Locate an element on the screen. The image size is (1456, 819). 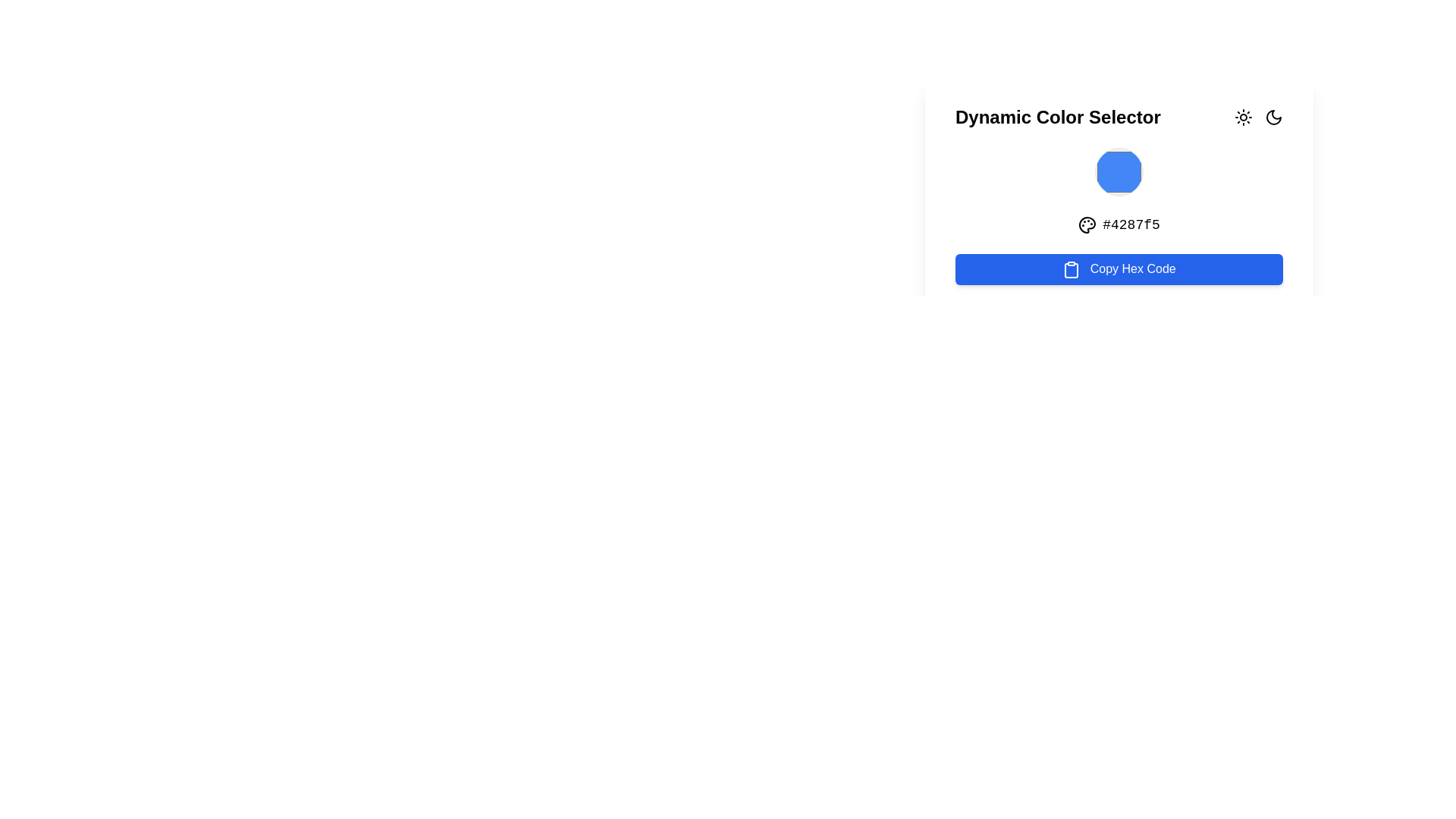
the stylized sun icon located in the first slot of a horizontal arrangement of icons is located at coordinates (1244, 116).